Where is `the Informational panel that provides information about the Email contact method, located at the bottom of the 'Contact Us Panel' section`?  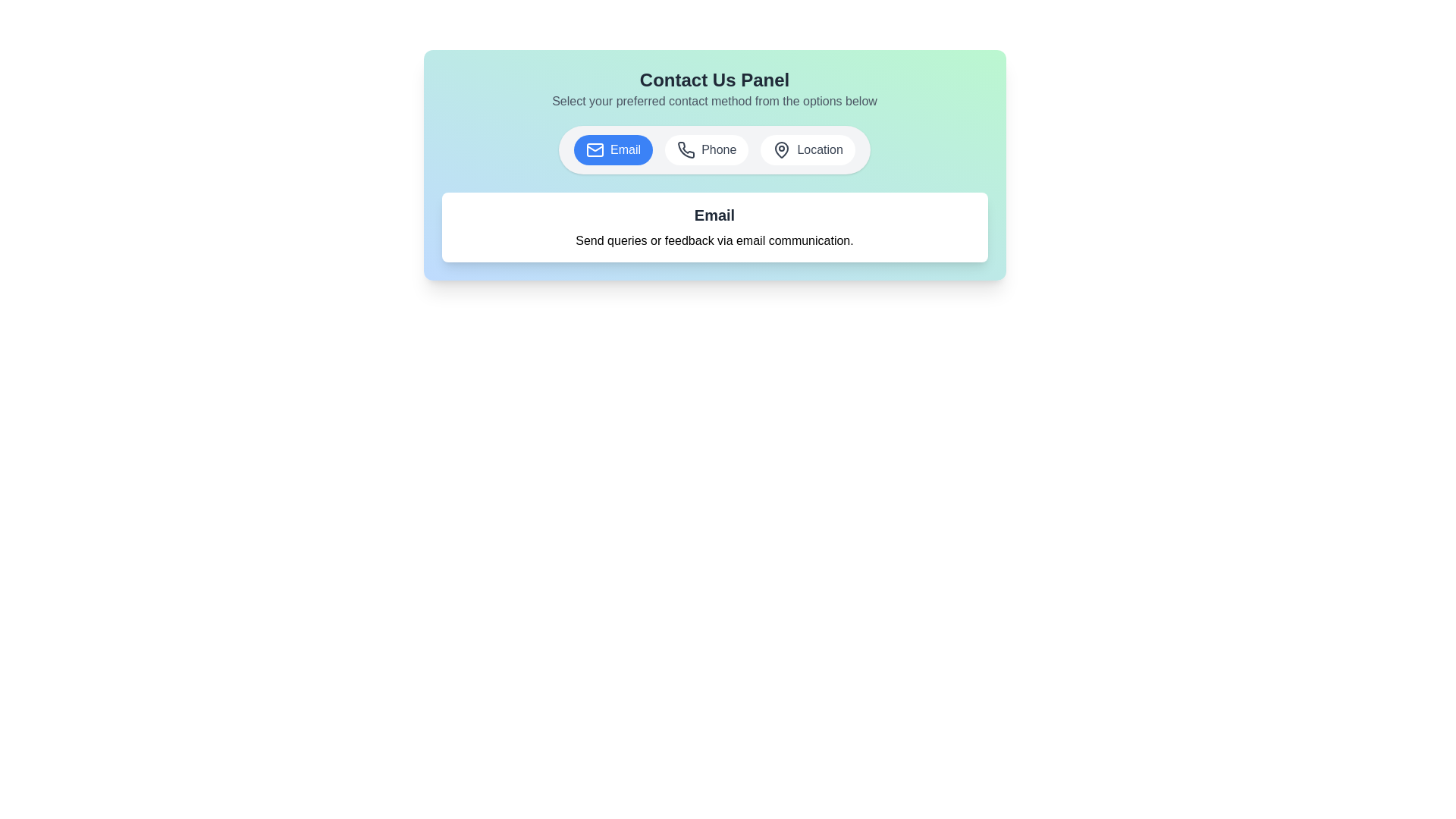
the Informational panel that provides information about the Email contact method, located at the bottom of the 'Contact Us Panel' section is located at coordinates (714, 227).